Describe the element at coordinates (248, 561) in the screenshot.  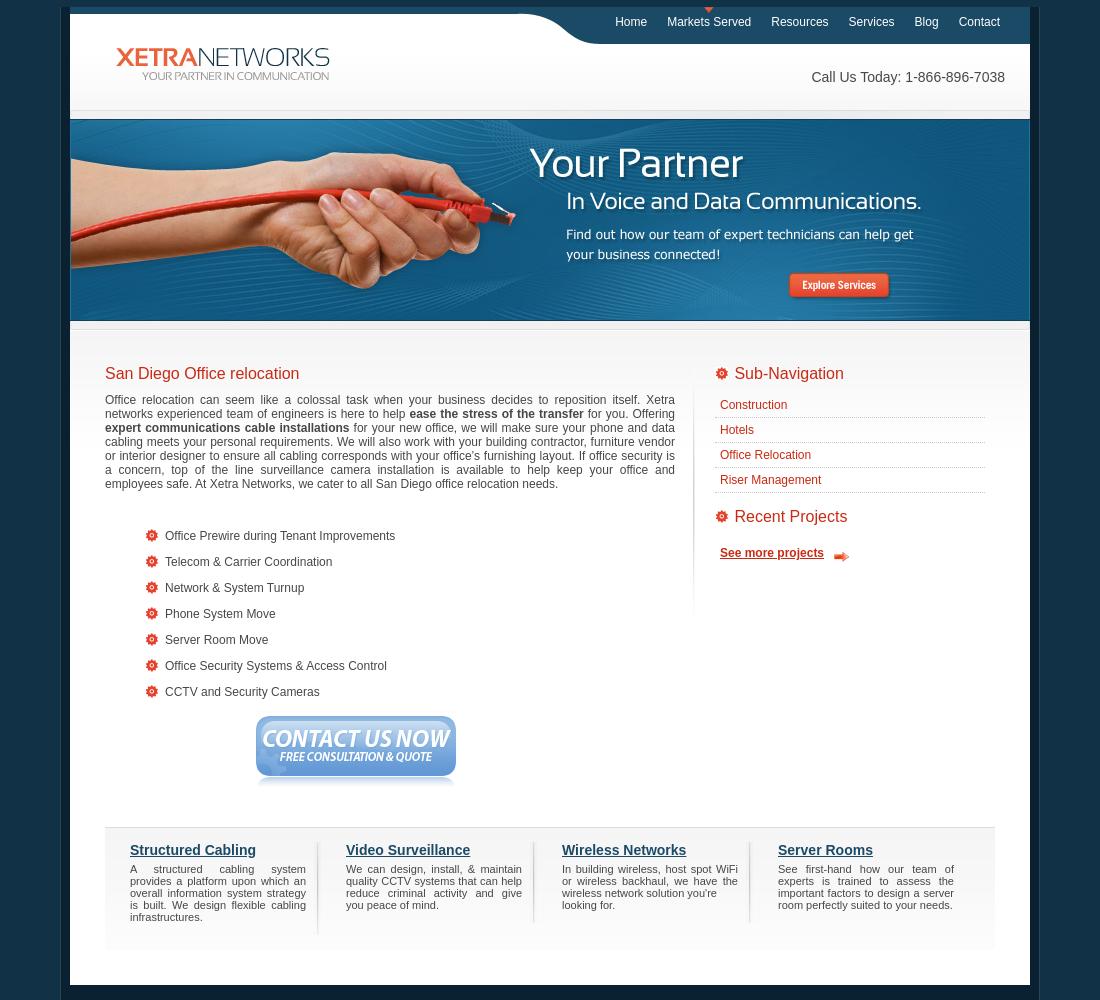
I see `'Telecom & Carrier Coordination'` at that location.